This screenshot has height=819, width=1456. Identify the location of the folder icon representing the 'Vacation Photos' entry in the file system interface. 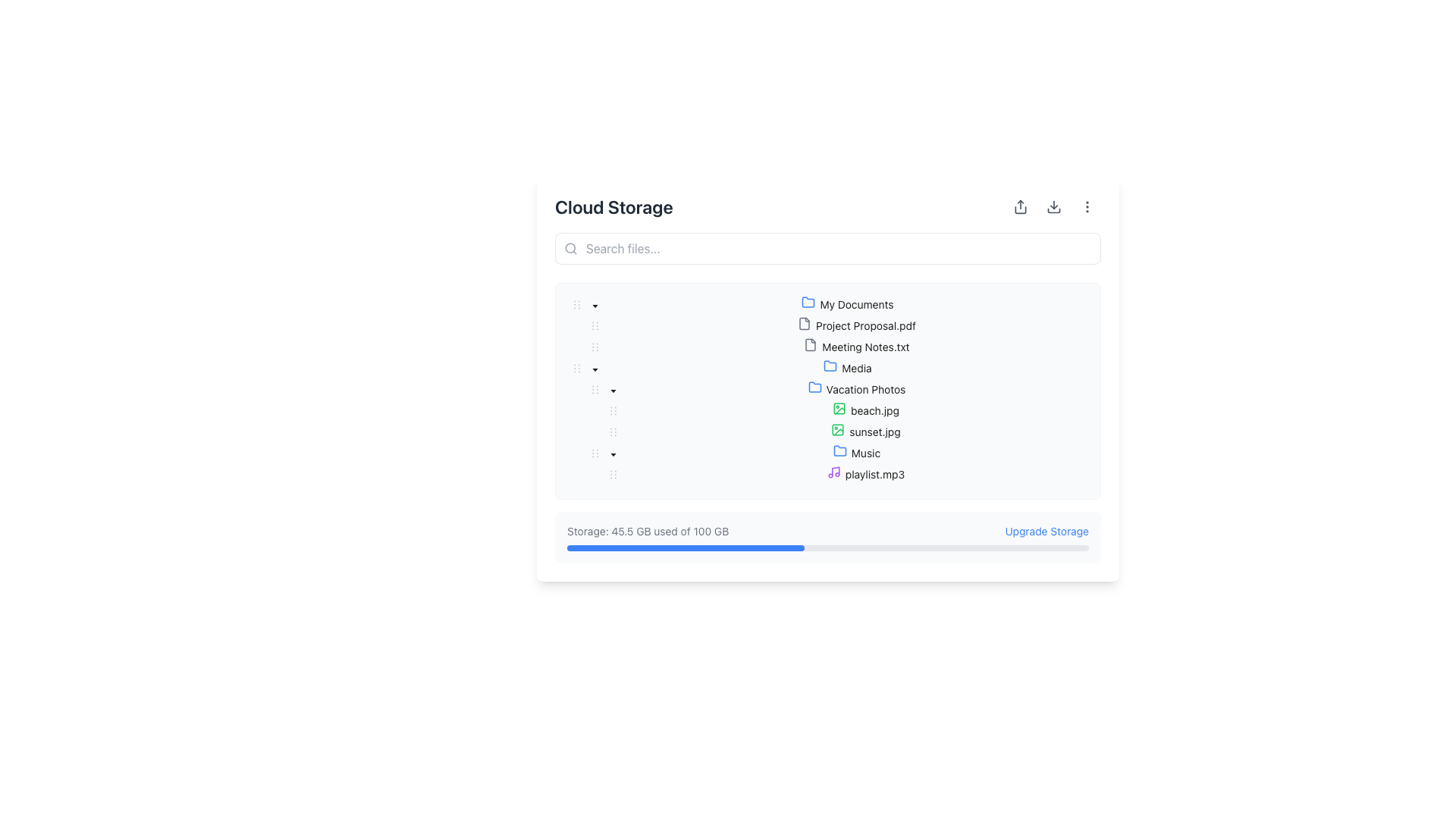
(808, 302).